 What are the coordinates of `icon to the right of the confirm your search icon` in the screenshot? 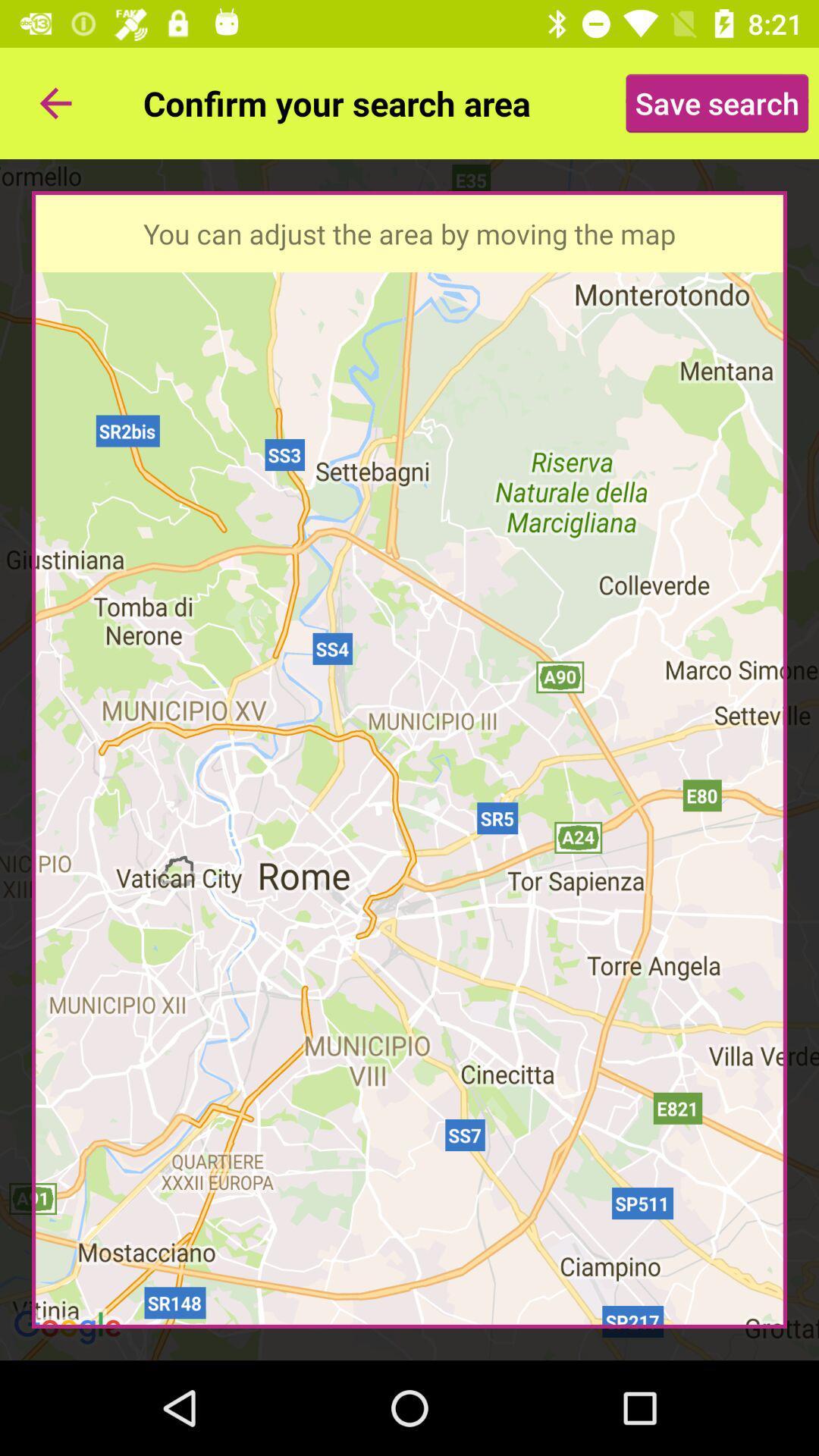 It's located at (717, 102).